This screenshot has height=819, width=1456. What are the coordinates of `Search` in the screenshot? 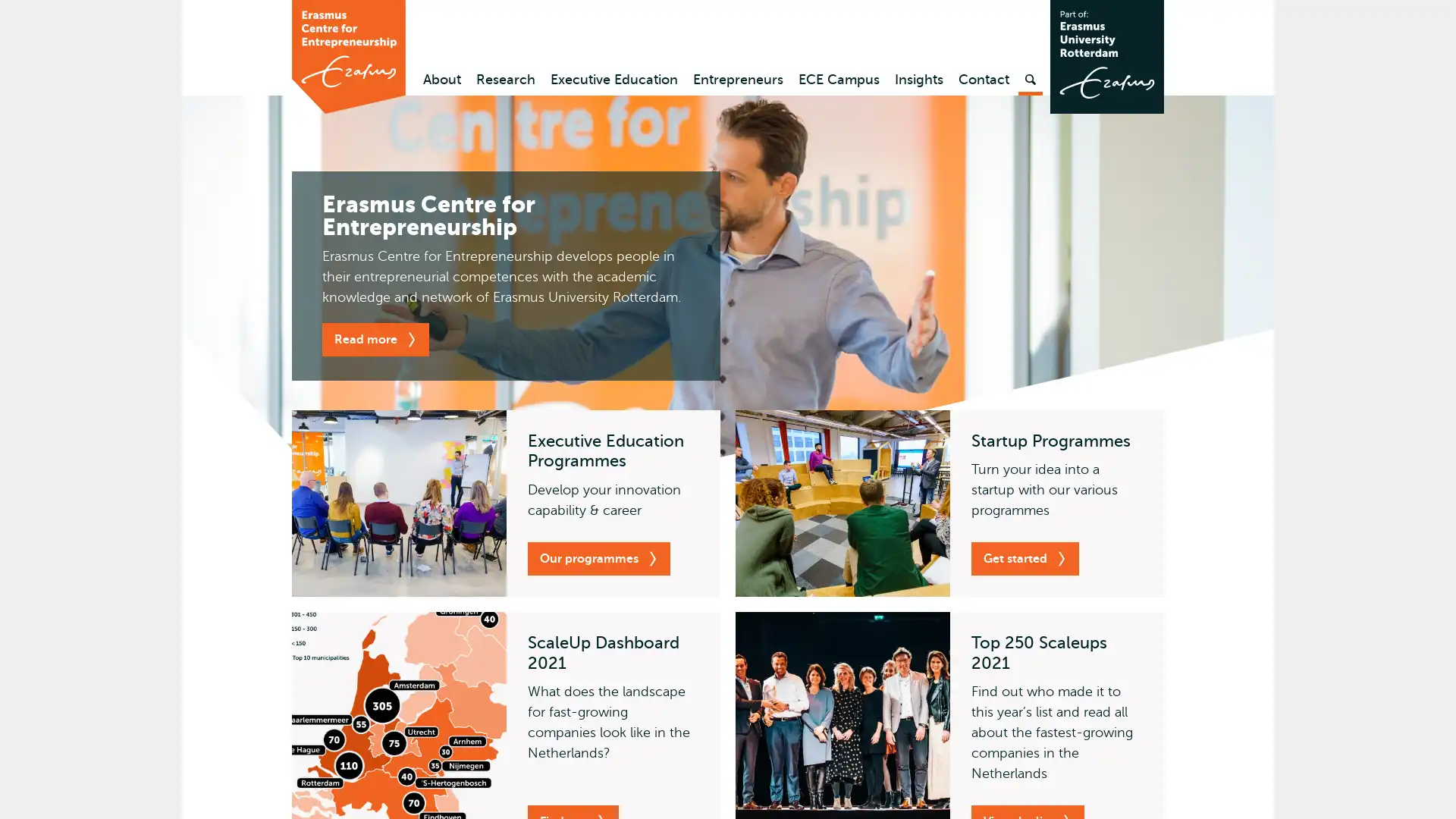 It's located at (1030, 81).